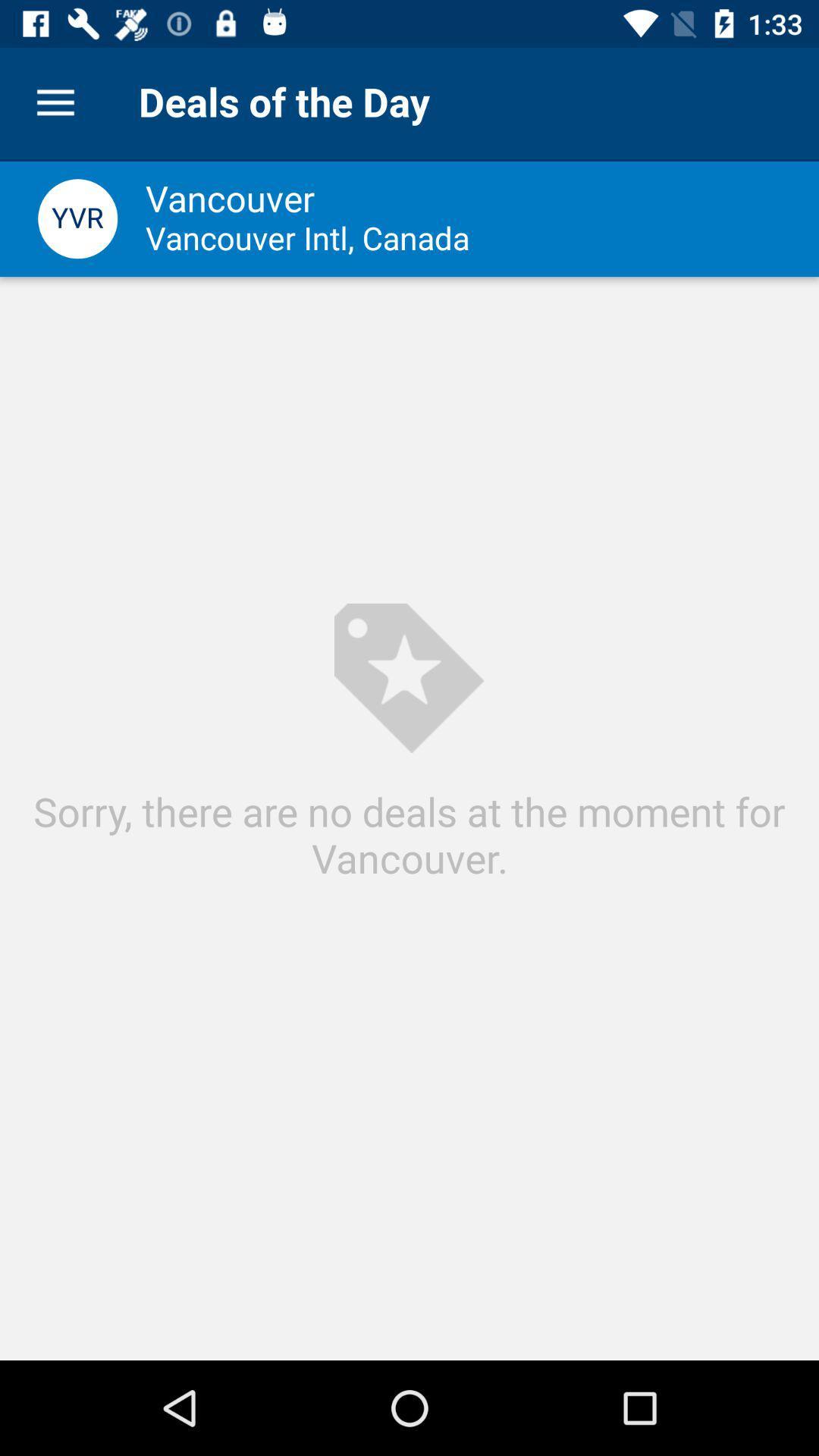 The width and height of the screenshot is (819, 1456). What do you see at coordinates (55, 102) in the screenshot?
I see `the icon to the left of the deals of the icon` at bounding box center [55, 102].